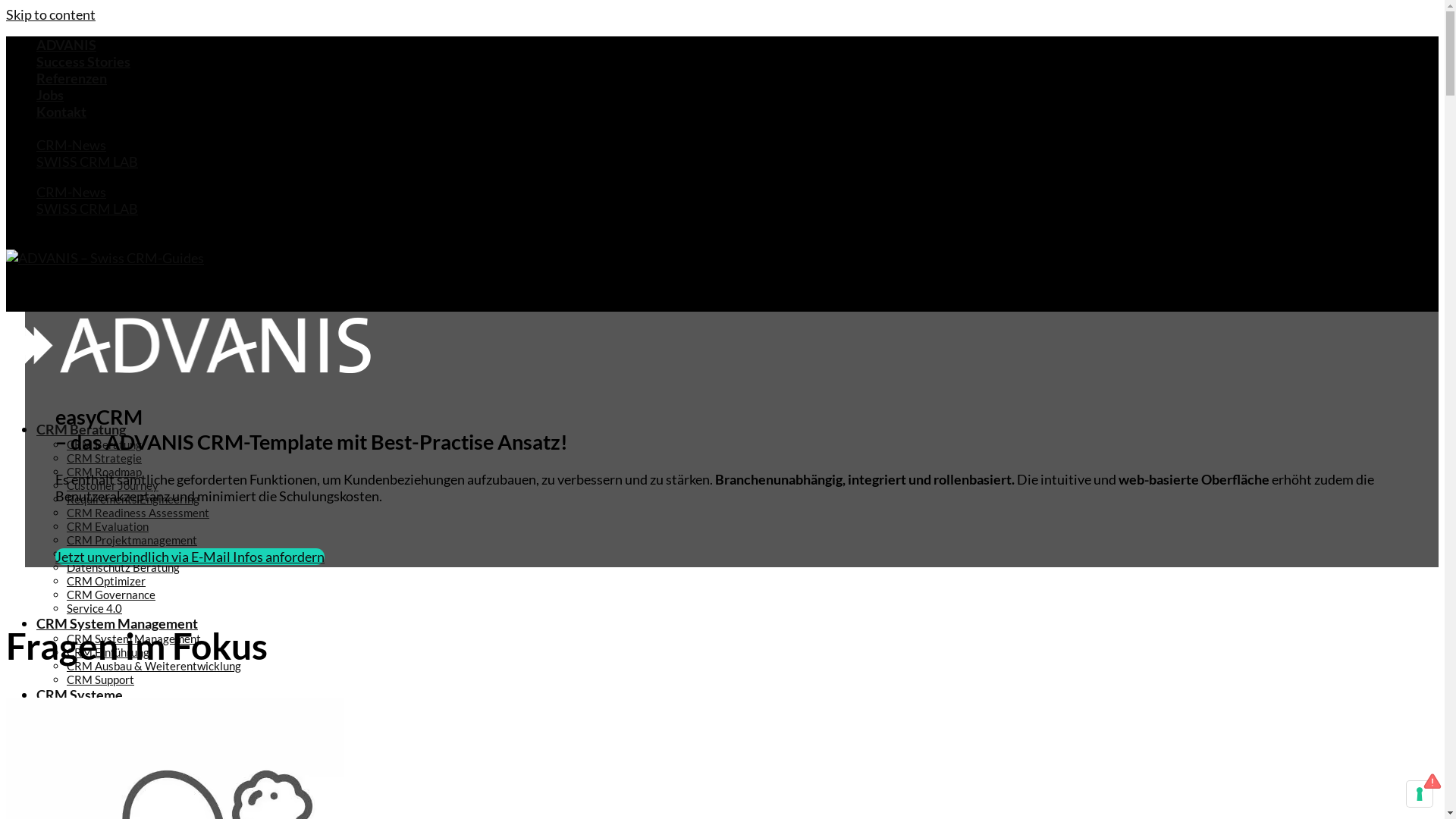 The height and width of the screenshot is (819, 1456). Describe the element at coordinates (65, 526) in the screenshot. I see `'CRM Evaluation'` at that location.